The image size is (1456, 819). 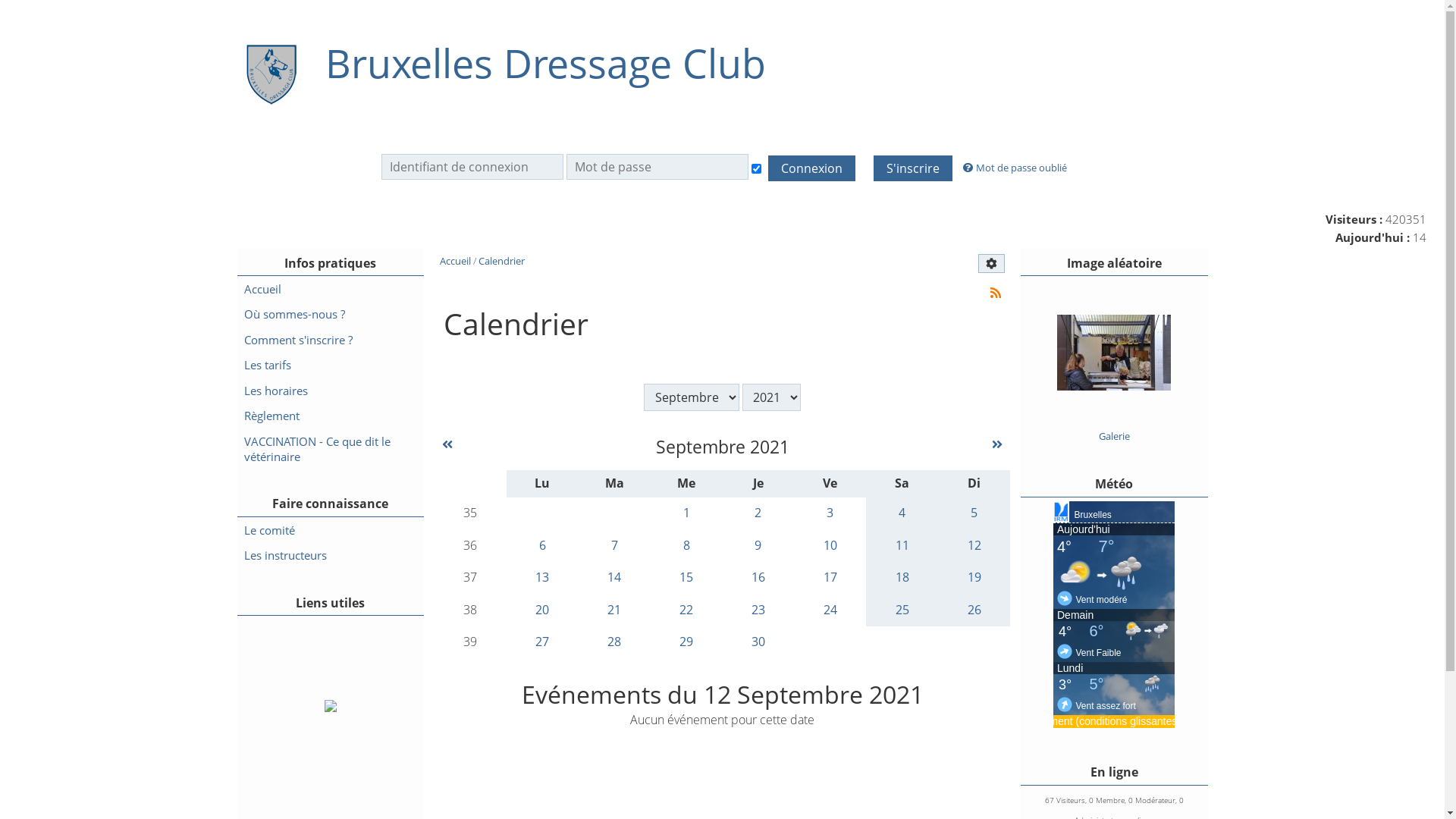 What do you see at coordinates (1113, 415) in the screenshot?
I see `'Concours Intime'` at bounding box center [1113, 415].